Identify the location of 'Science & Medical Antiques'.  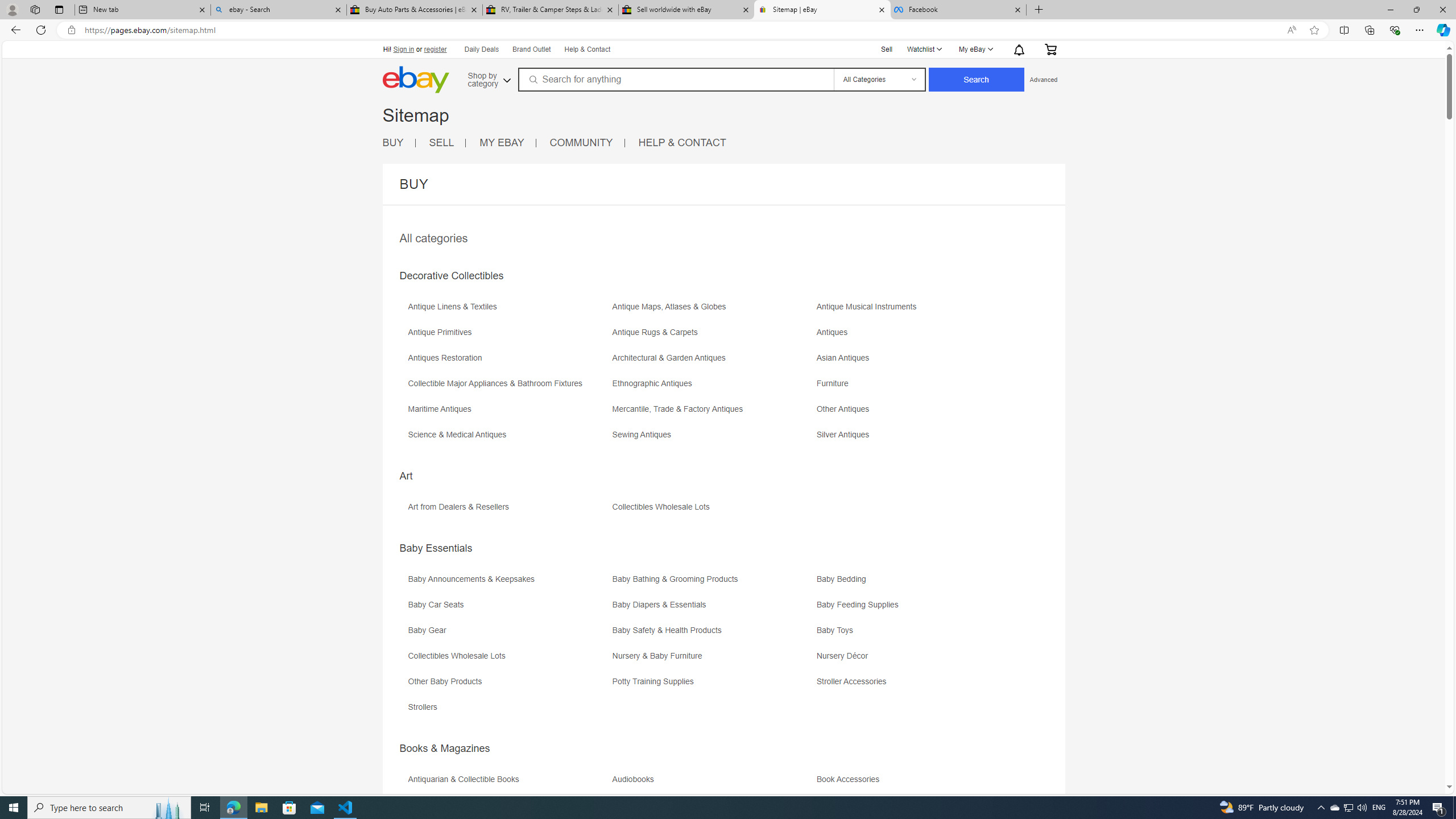
(459, 434).